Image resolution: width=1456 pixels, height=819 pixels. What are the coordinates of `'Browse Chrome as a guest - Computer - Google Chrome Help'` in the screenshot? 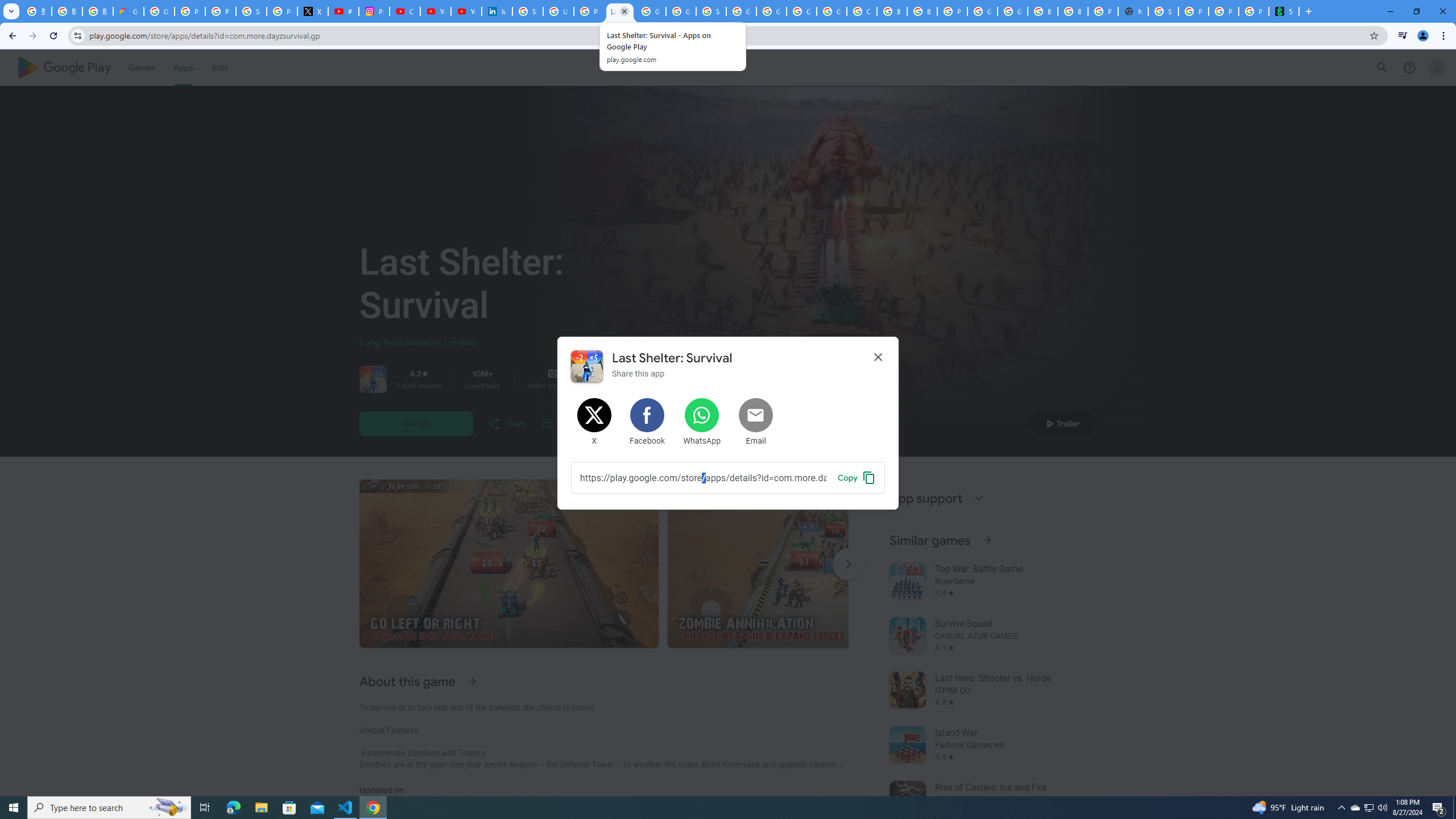 It's located at (1041, 11).